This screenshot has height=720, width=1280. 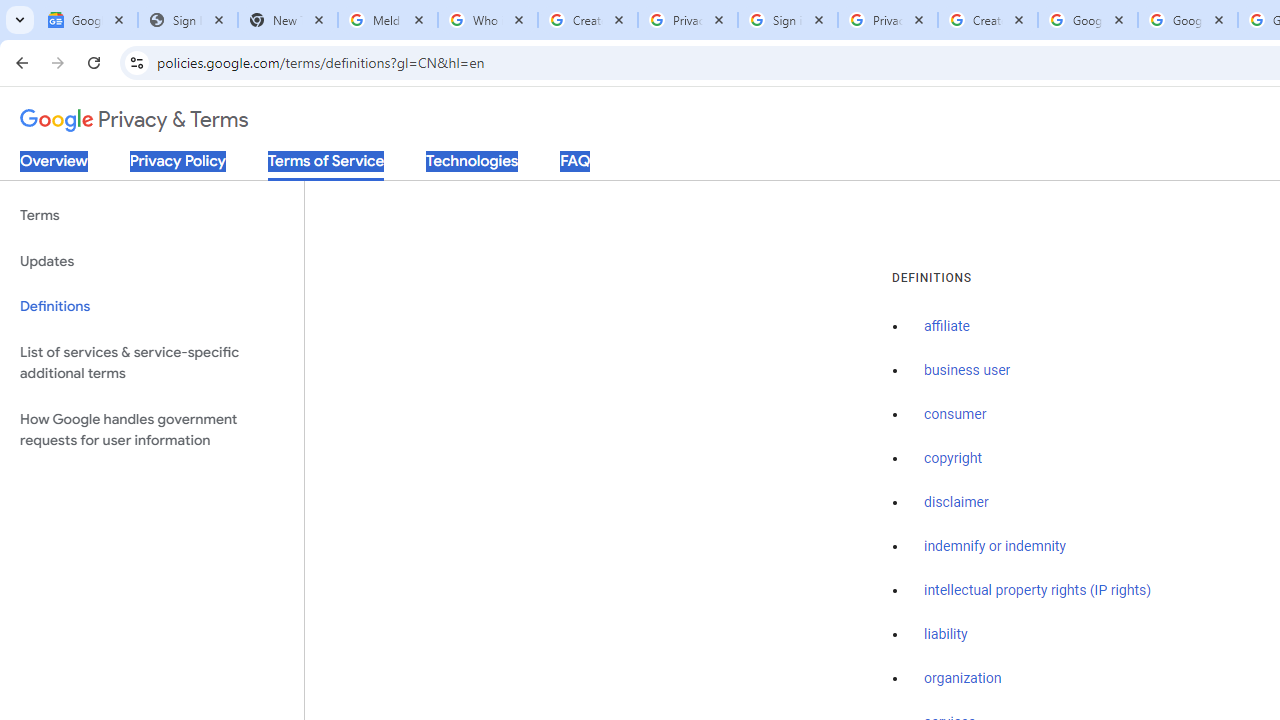 I want to click on 'Sign in - Google Accounts', so click(x=787, y=20).